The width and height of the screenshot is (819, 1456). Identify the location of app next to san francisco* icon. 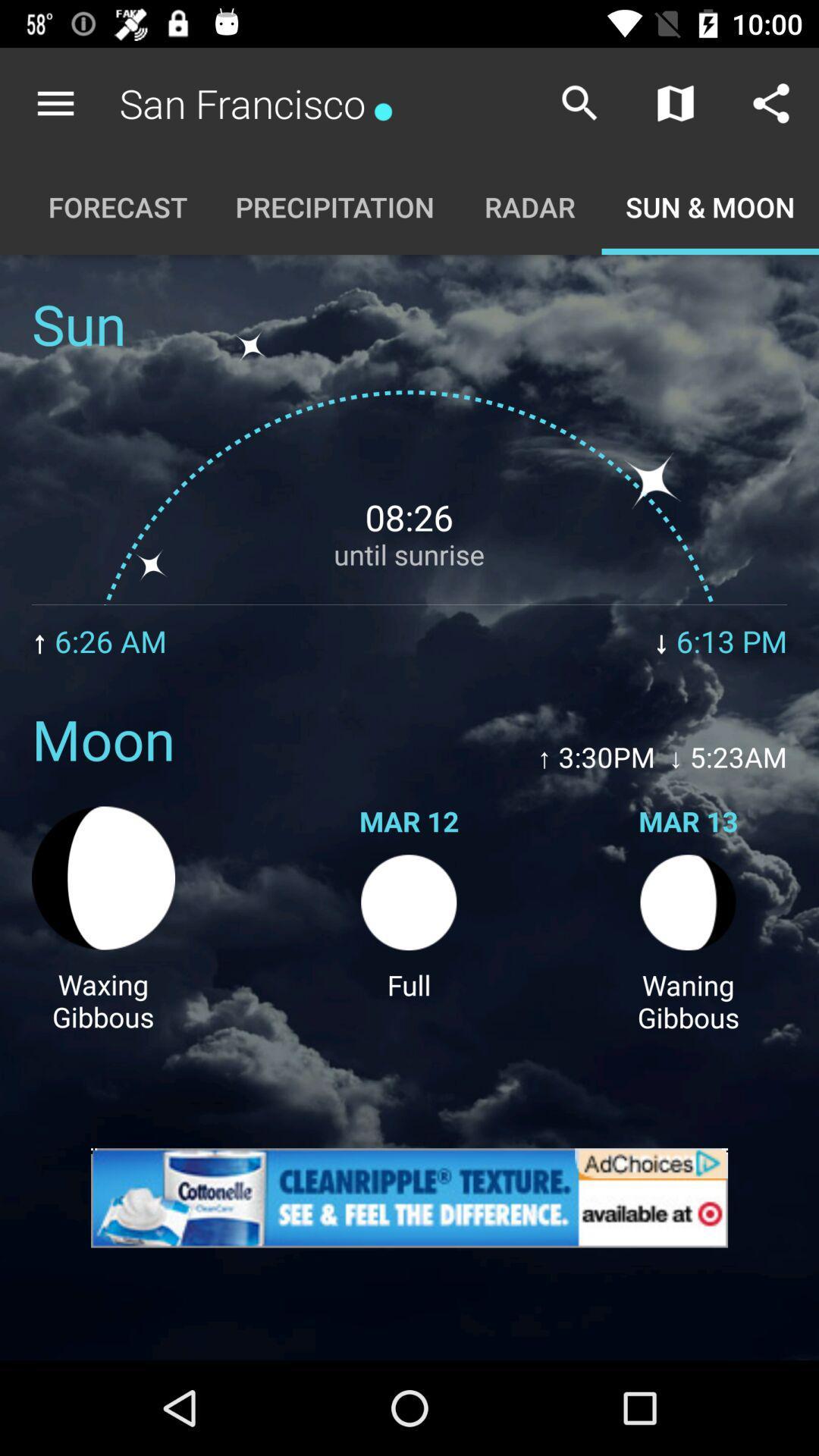
(55, 102).